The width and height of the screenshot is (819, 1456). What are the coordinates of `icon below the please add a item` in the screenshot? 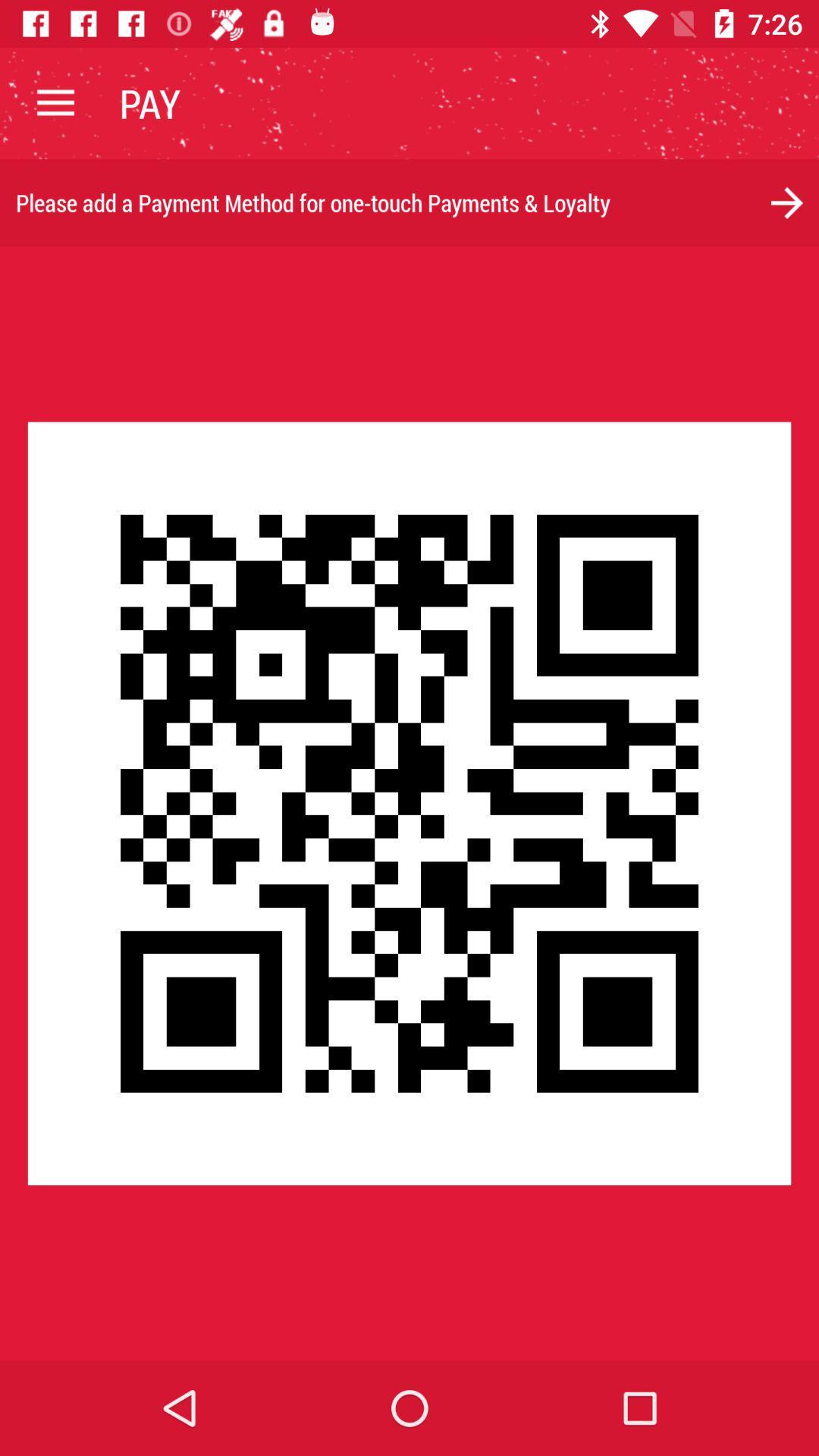 It's located at (409, 802).